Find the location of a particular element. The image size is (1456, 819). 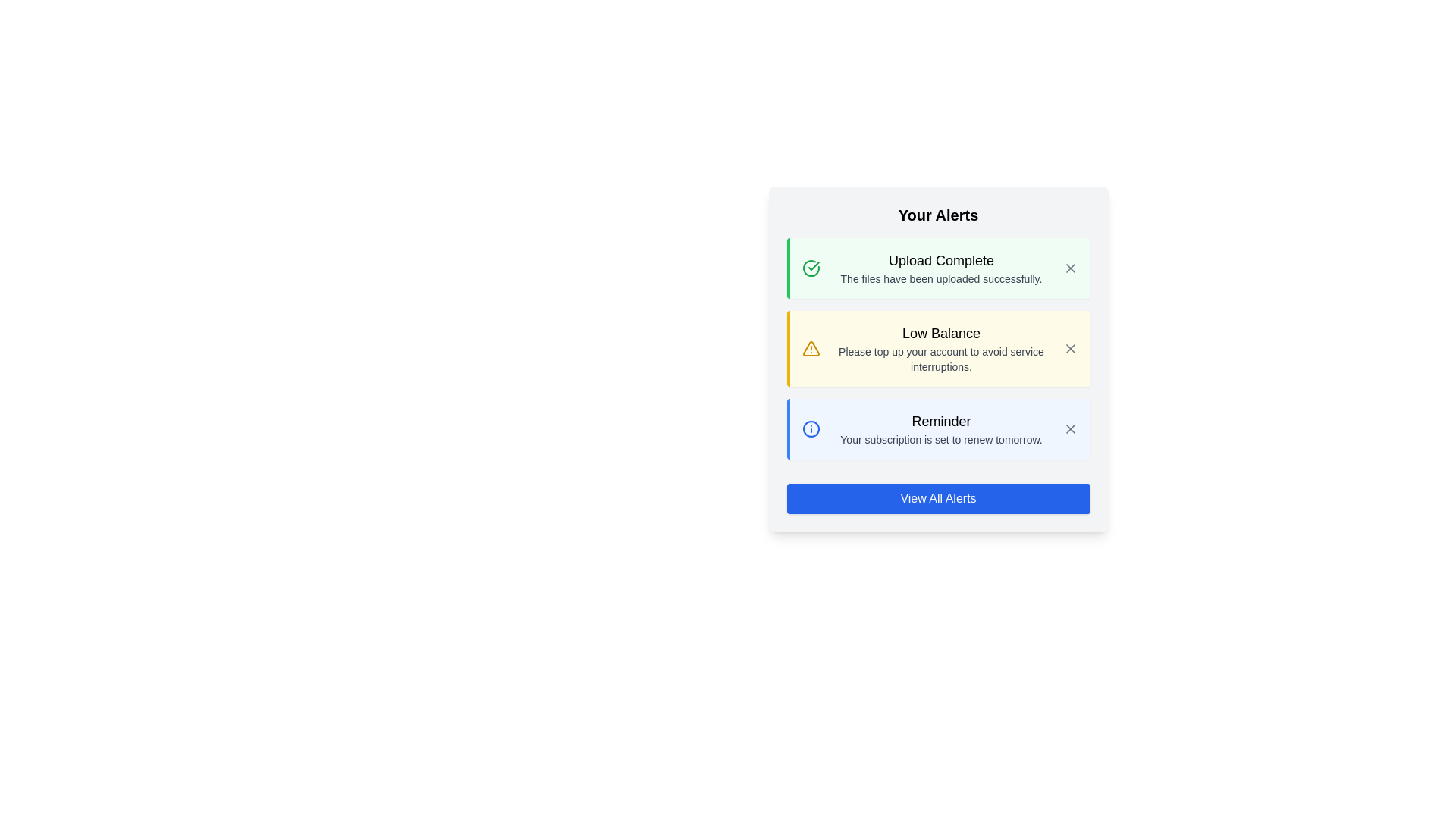

the 'Reminder' text label, which is bold and located at the top of the reminder notification in the alert panel, within a light blue area is located at coordinates (940, 421).